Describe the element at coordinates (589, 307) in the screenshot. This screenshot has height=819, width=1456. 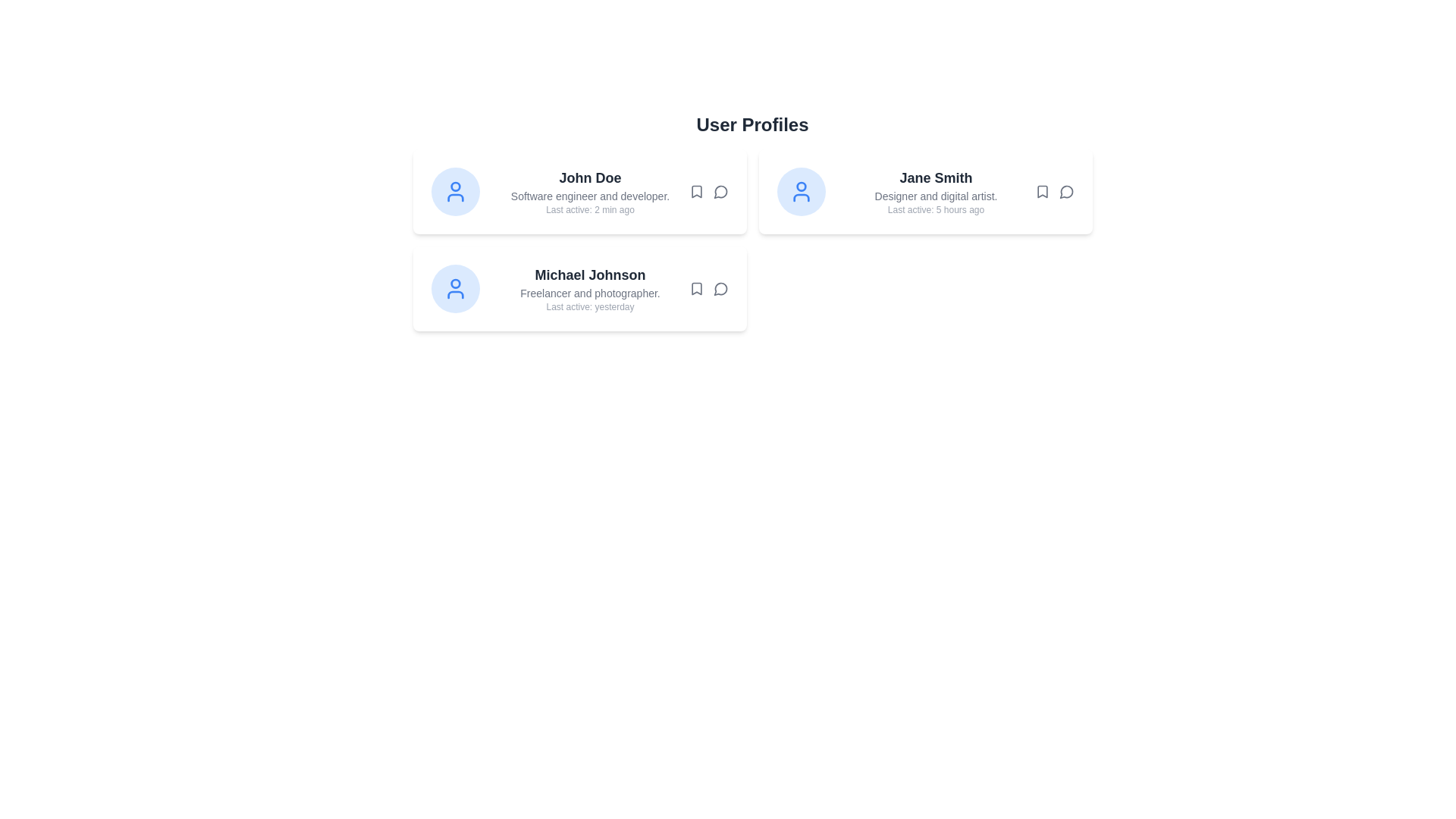
I see `the static text label displaying 'Last active: yesterday' located at the bottom of the card for individual 'Michael Johnson'` at that location.